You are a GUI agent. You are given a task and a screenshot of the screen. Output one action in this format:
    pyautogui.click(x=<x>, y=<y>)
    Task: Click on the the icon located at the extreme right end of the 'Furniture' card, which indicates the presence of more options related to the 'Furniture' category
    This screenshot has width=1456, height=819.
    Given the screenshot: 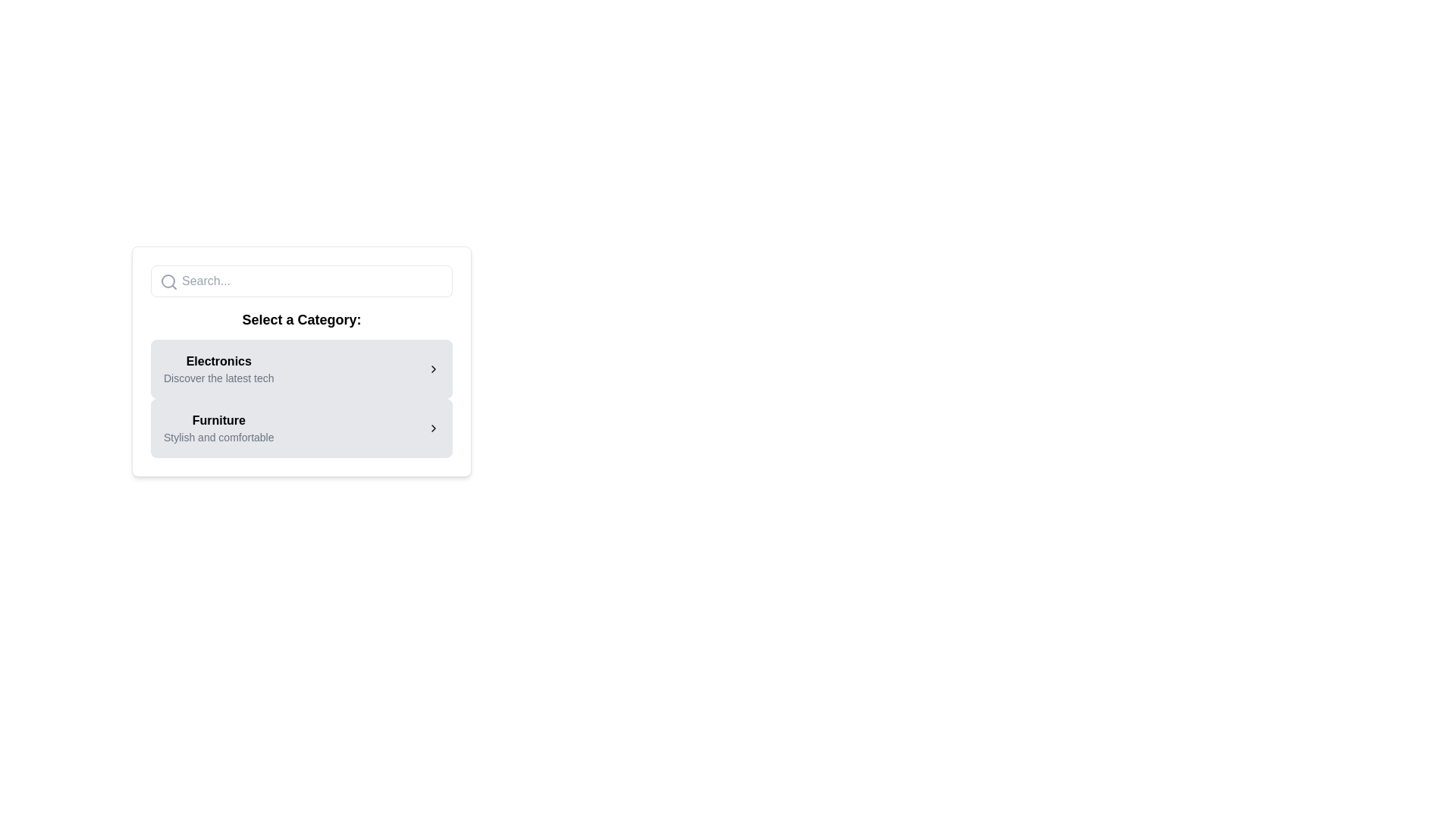 What is the action you would take?
    pyautogui.click(x=432, y=428)
    